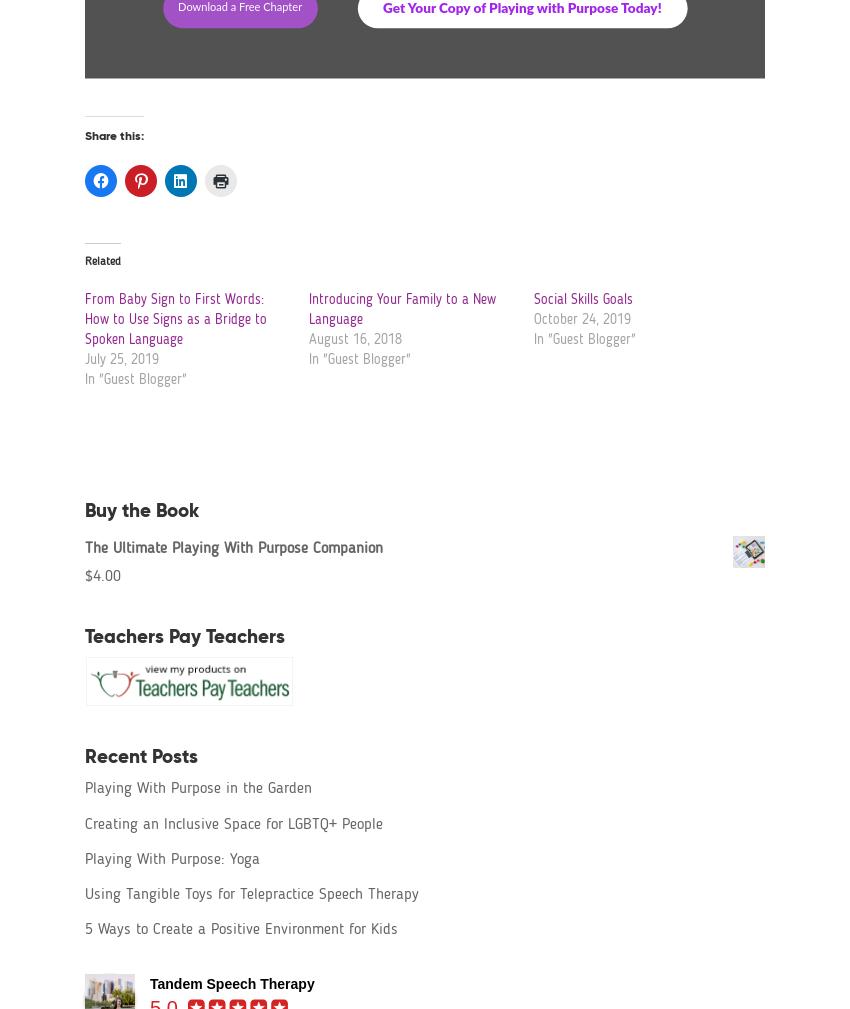  What do you see at coordinates (197, 789) in the screenshot?
I see `'Playing With Purpose in the Garden'` at bounding box center [197, 789].